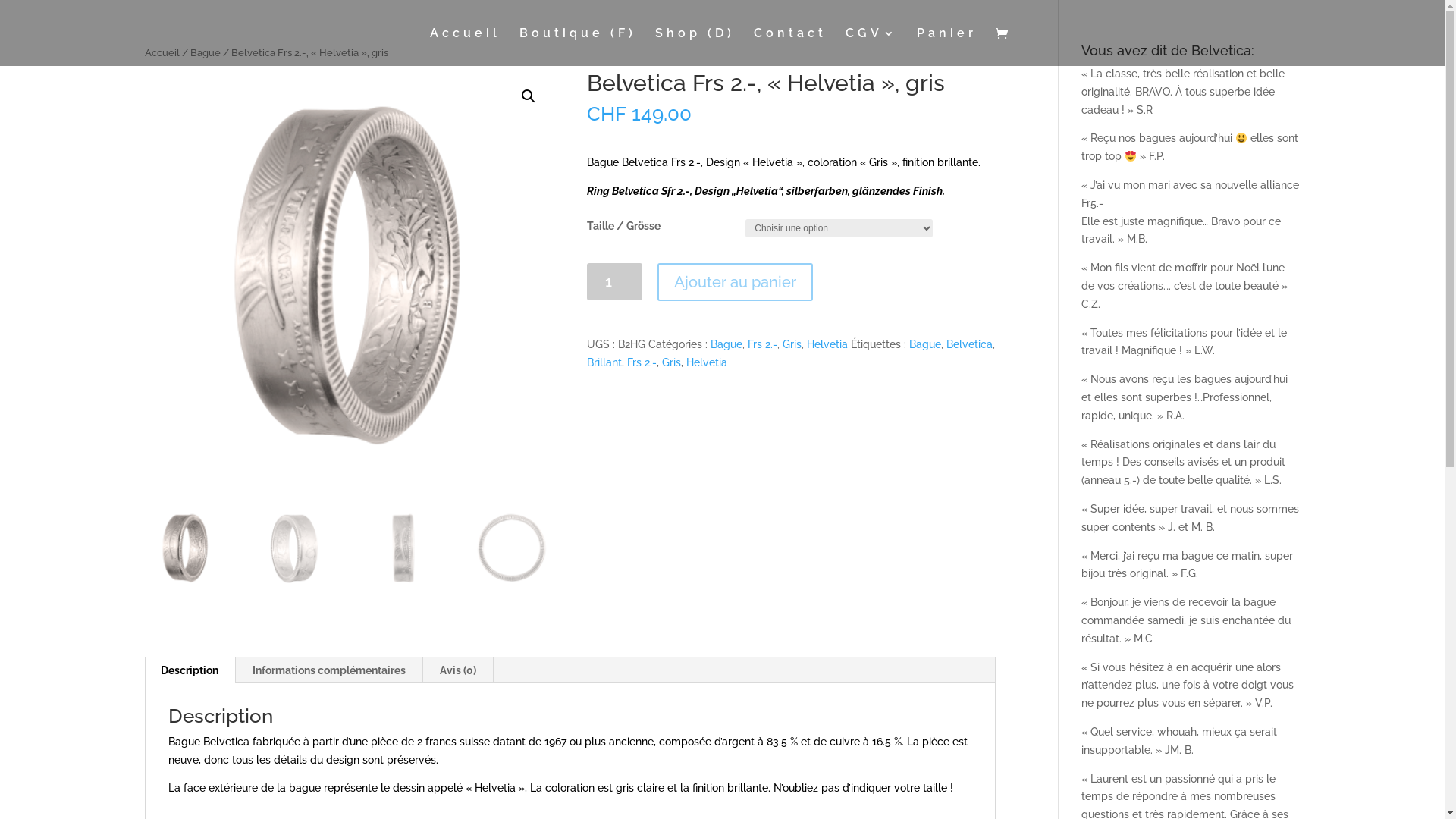 The image size is (1456, 819). I want to click on 'Boutique (F)', so click(576, 45).